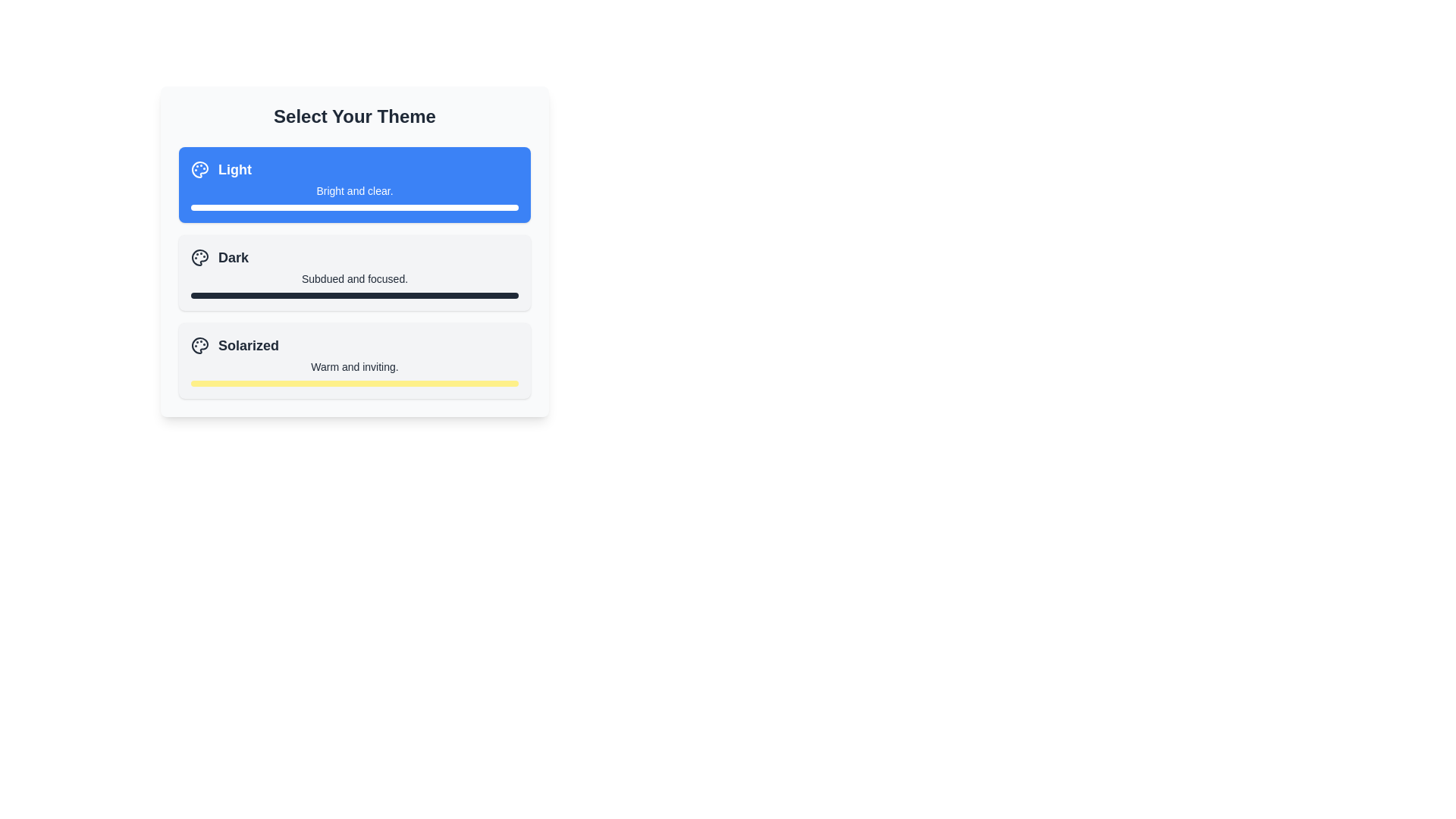  Describe the element at coordinates (353, 250) in the screenshot. I see `the 'Dark' selectable theme card` at that location.